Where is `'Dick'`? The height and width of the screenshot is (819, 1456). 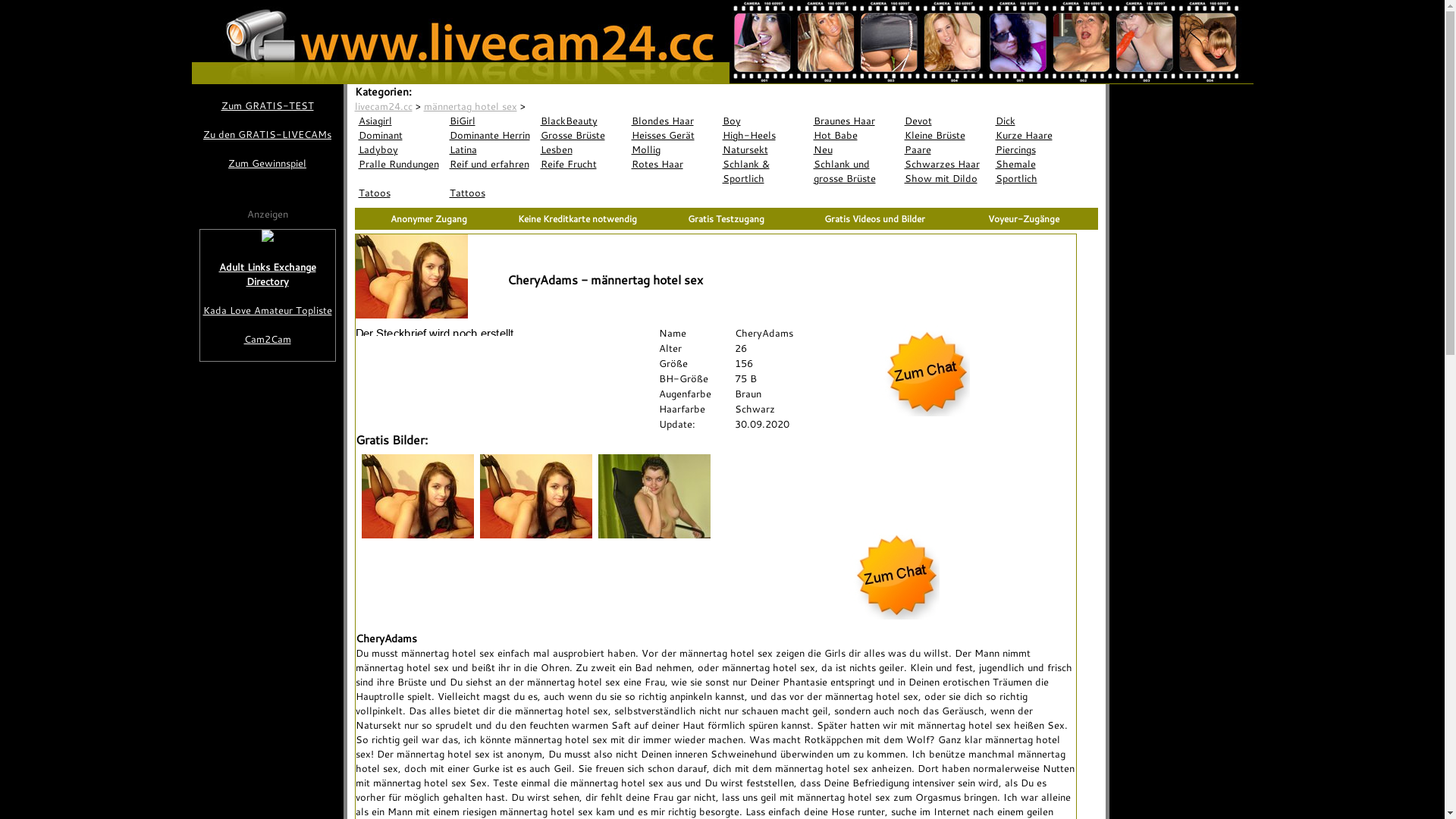 'Dick' is located at coordinates (1037, 120).